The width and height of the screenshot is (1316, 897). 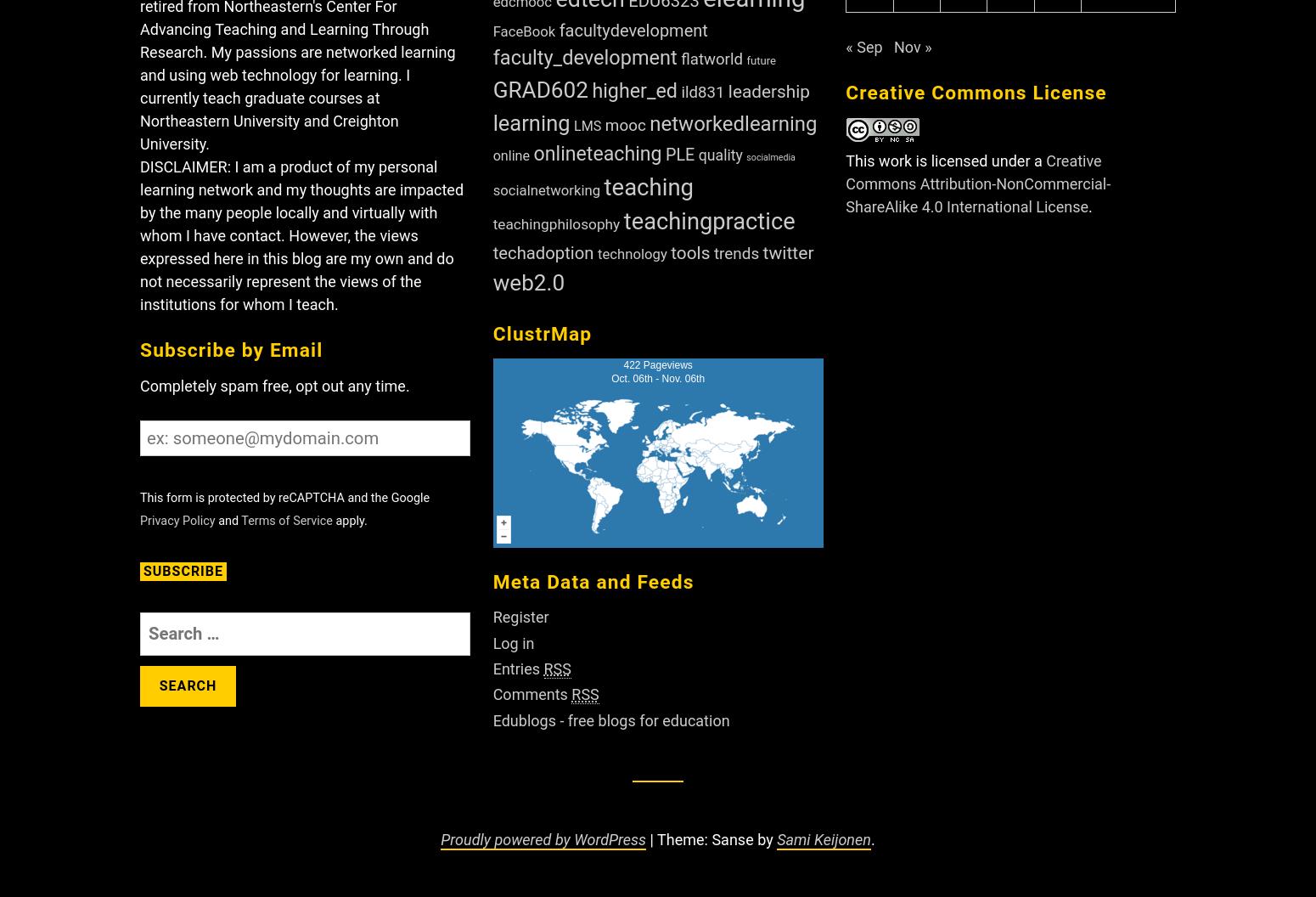 What do you see at coordinates (716, 839) in the screenshot?
I see `'Theme: Sanse by'` at bounding box center [716, 839].